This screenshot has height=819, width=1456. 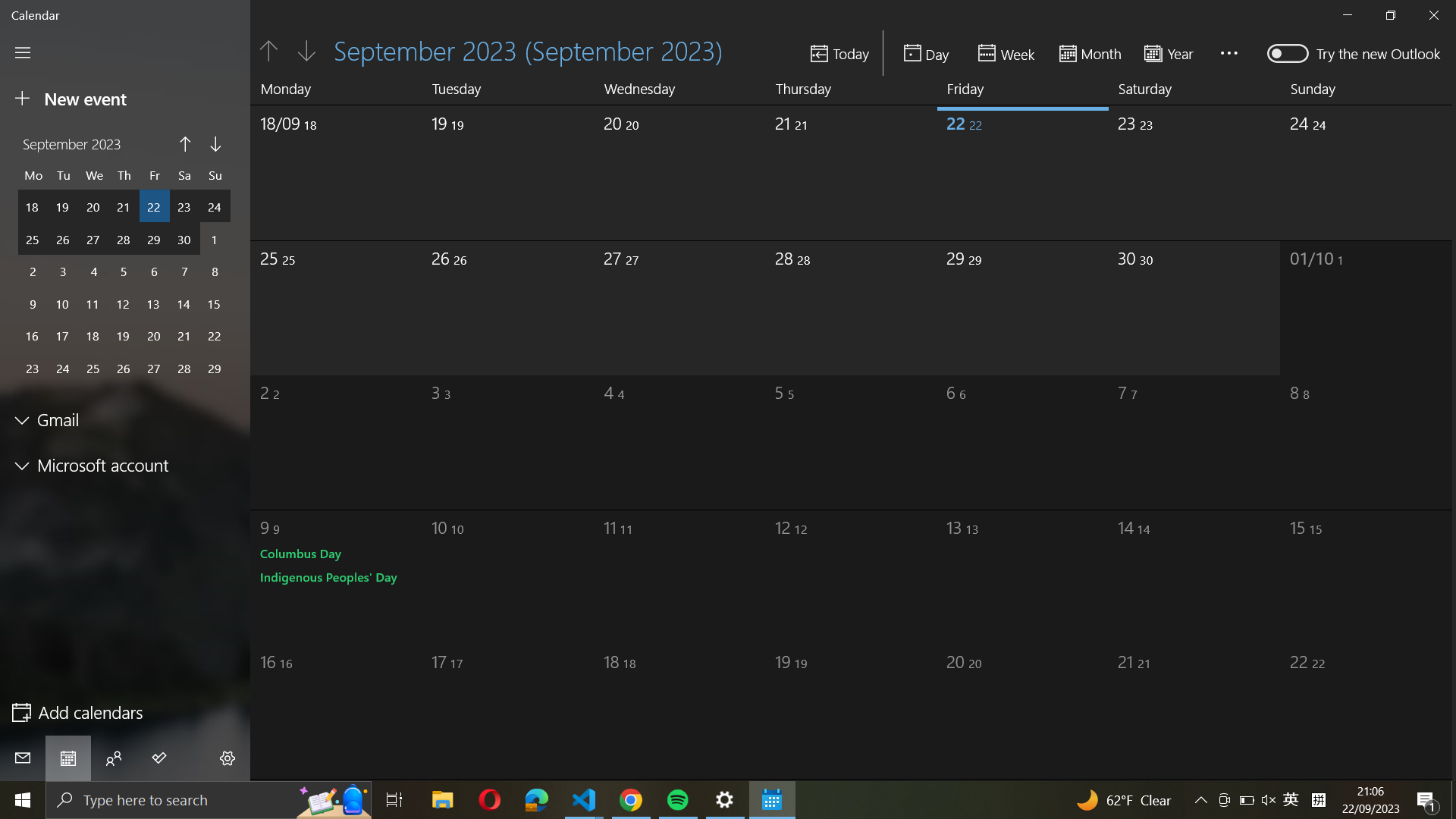 What do you see at coordinates (1001, 571) in the screenshot?
I see `the date 13th October` at bounding box center [1001, 571].